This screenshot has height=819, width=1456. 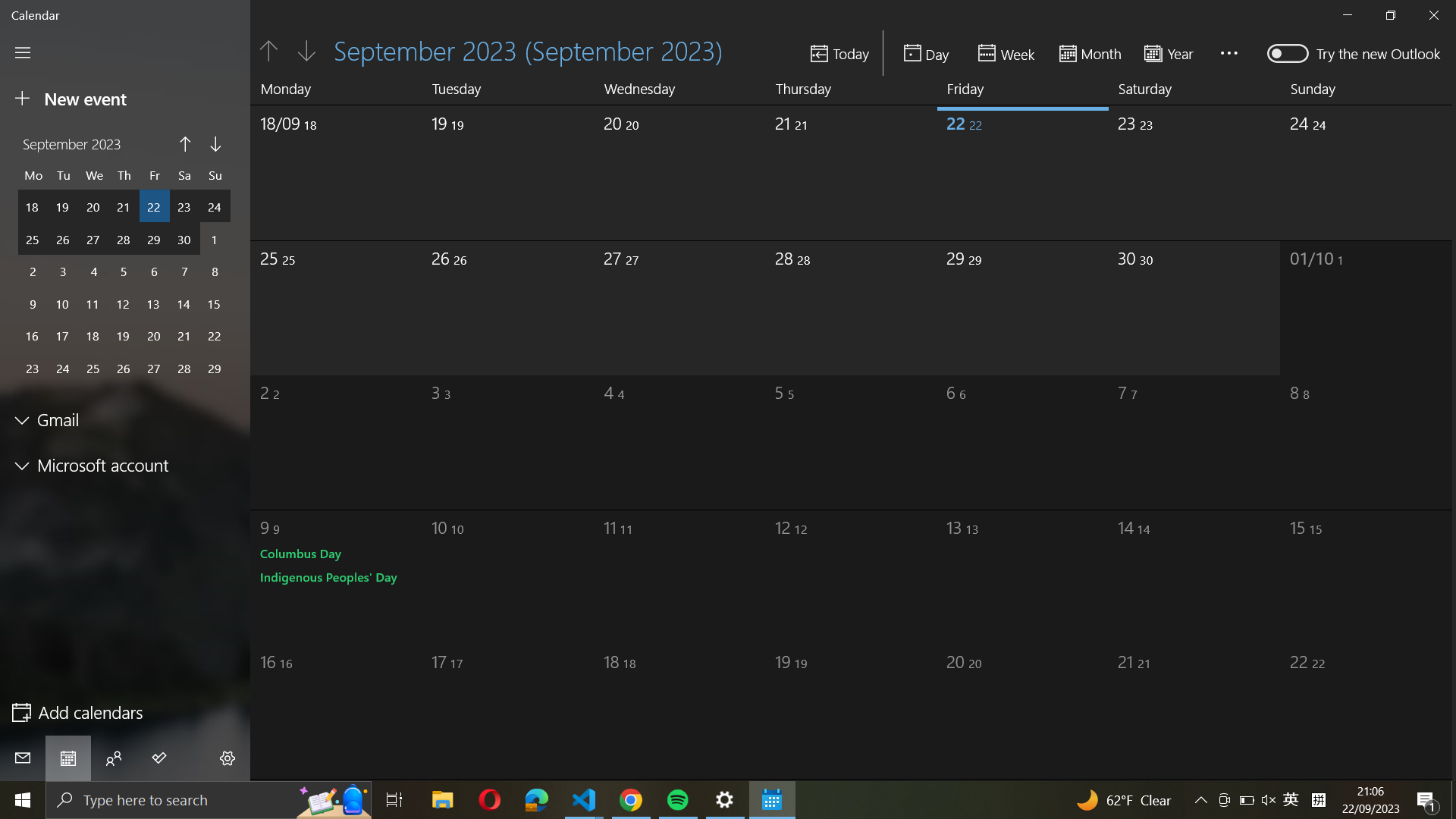 What do you see at coordinates (1001, 571) in the screenshot?
I see `the date 13th October` at bounding box center [1001, 571].